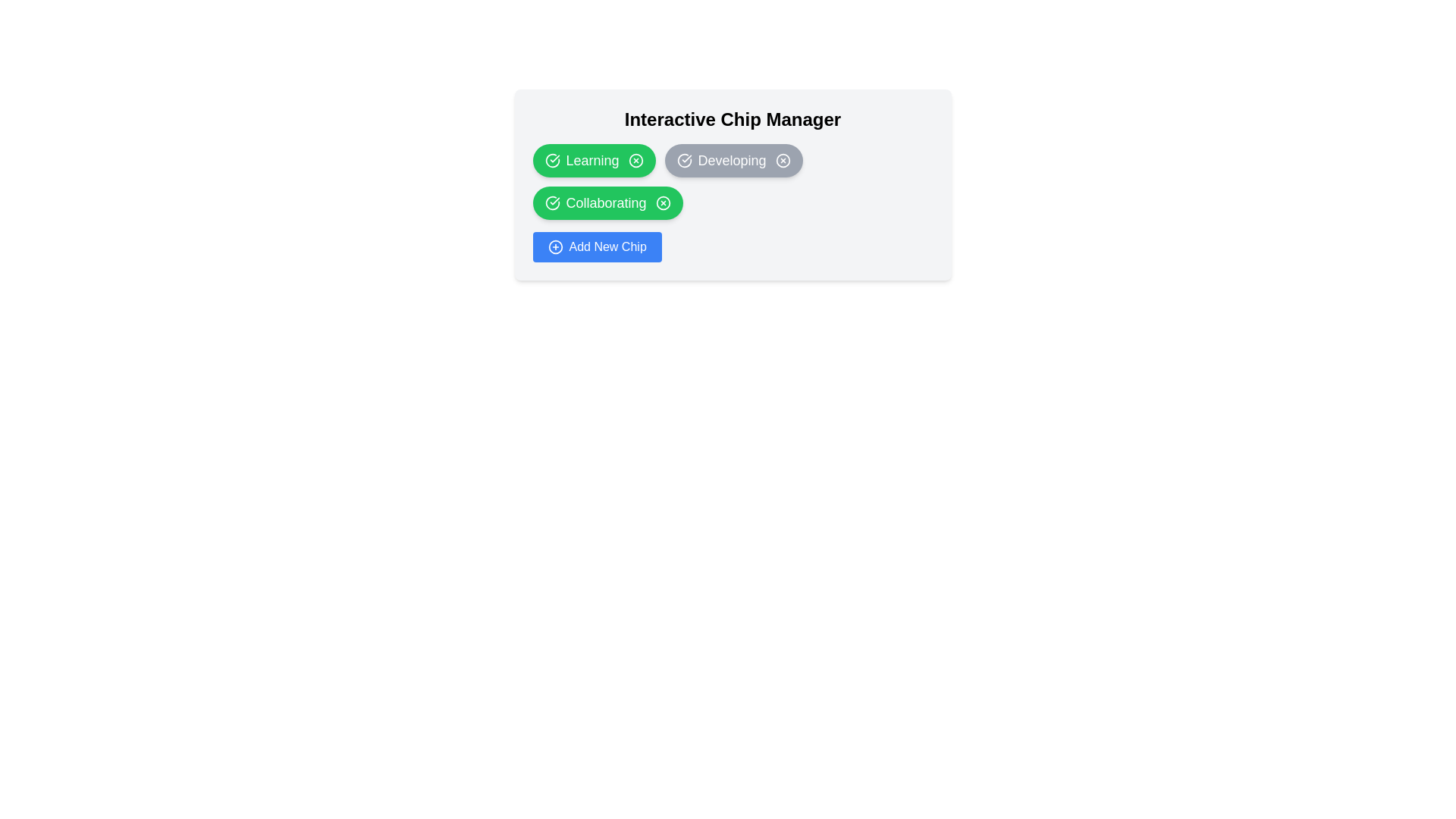 Image resolution: width=1456 pixels, height=819 pixels. Describe the element at coordinates (732, 161) in the screenshot. I see `text label representing a state or category designation within the 'Interactive Chip Manager', located on the right side of the second row of chips` at that location.